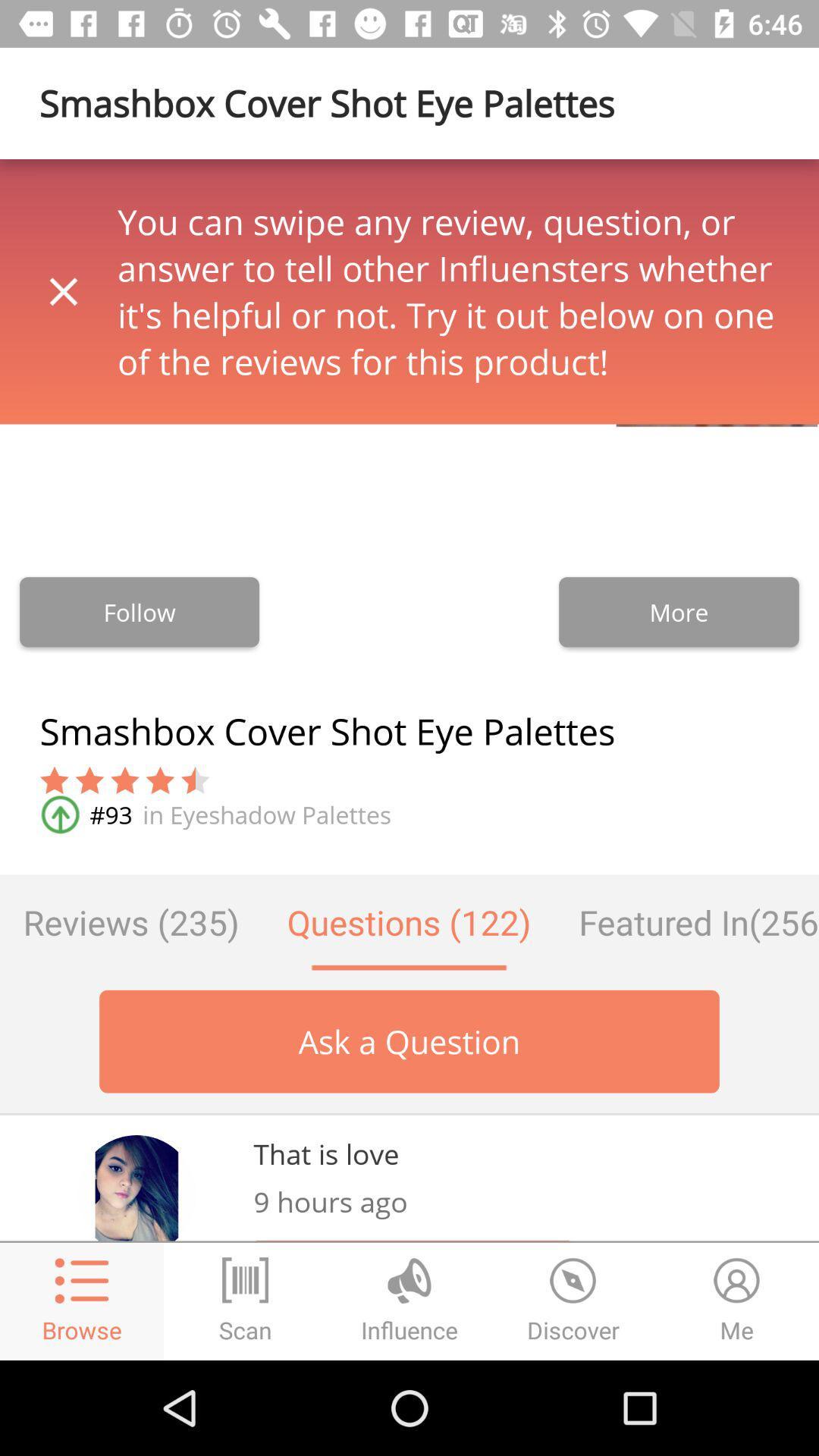 The image size is (819, 1456). What do you see at coordinates (409, 1301) in the screenshot?
I see `the globe icon` at bounding box center [409, 1301].